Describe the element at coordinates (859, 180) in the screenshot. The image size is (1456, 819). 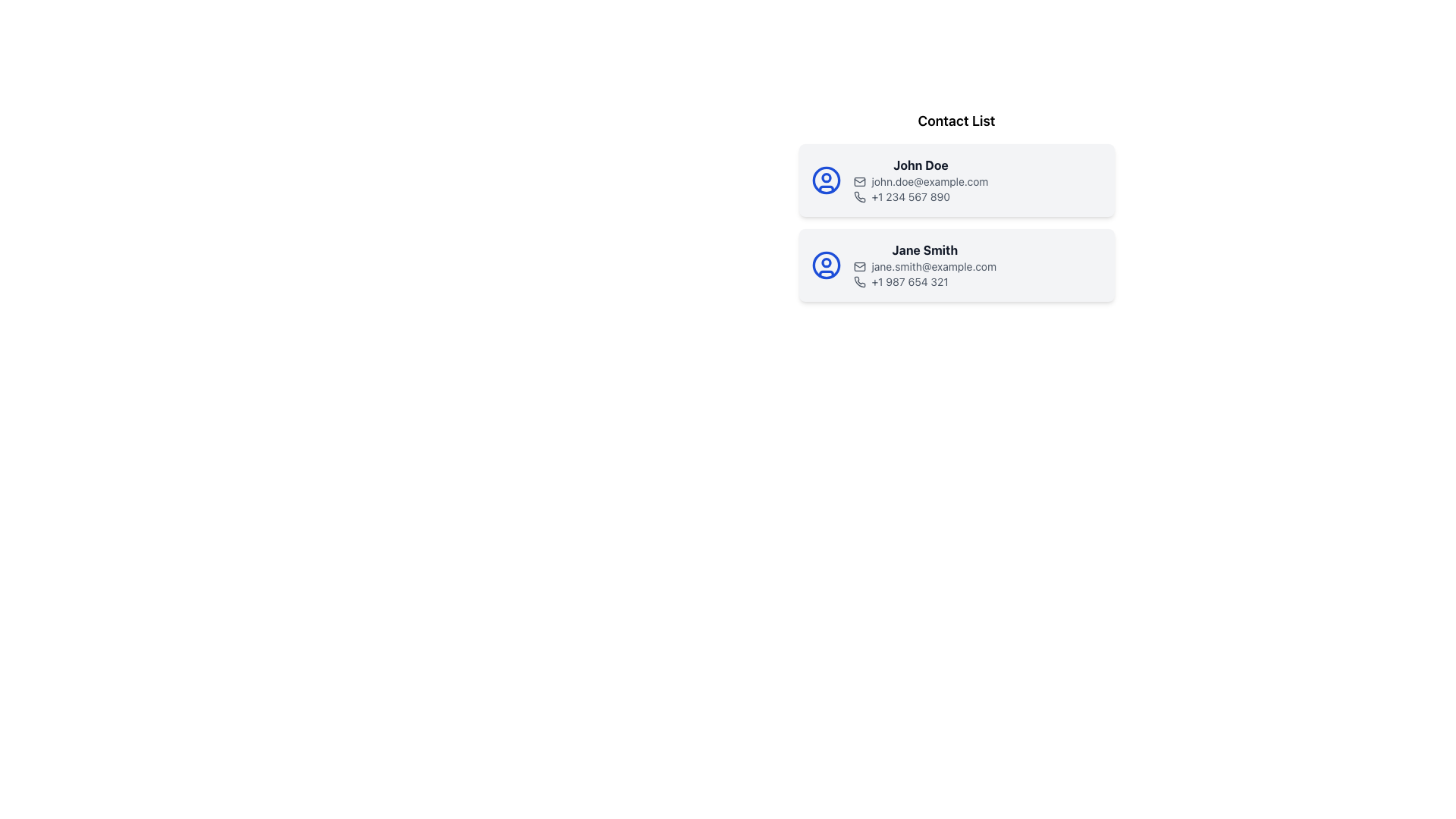
I see `the icon that represents the email address for John Doe, located to the left of the text 'john.doe@example.com' within the contact card` at that location.